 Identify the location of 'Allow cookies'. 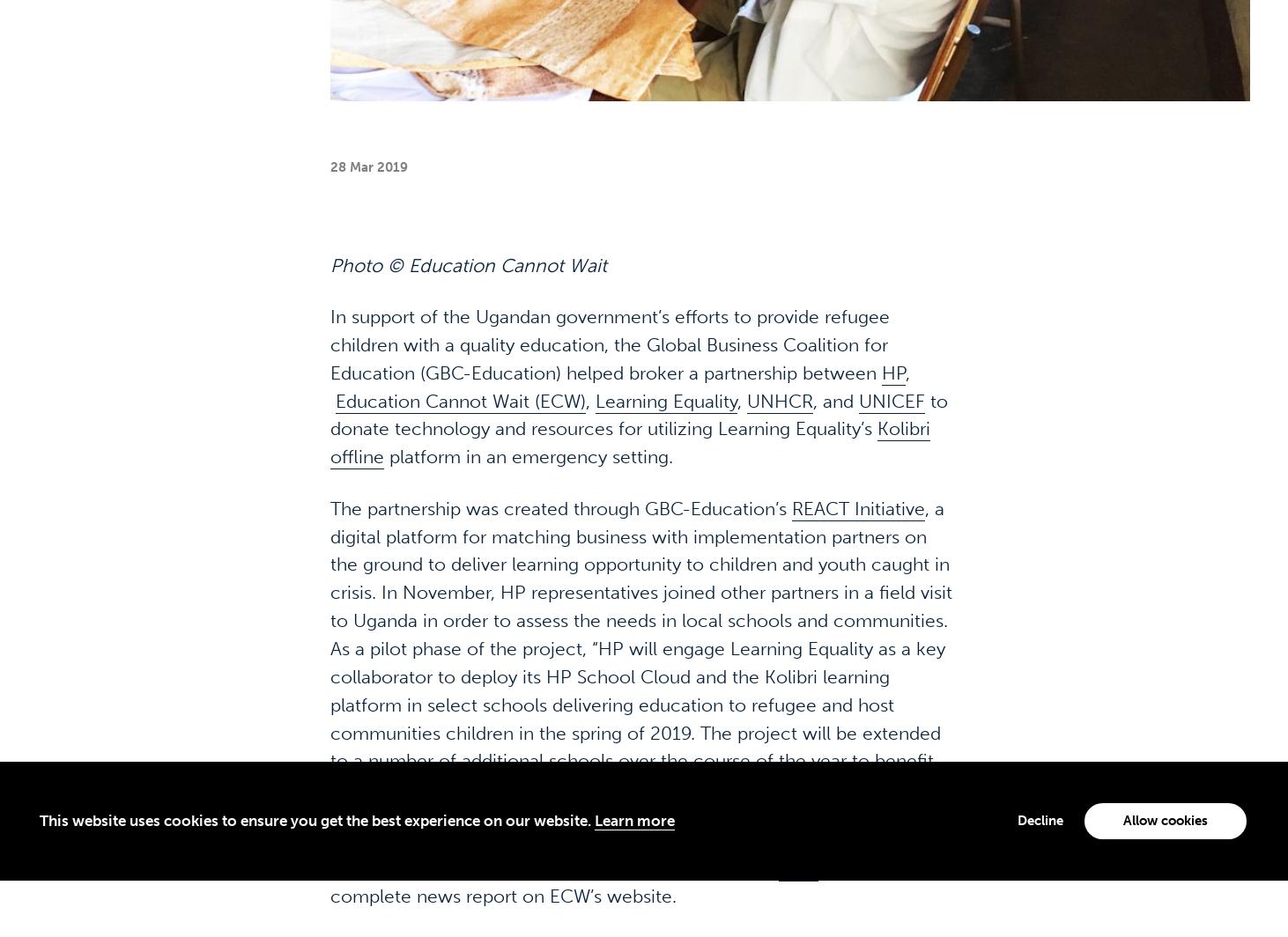
(1122, 764).